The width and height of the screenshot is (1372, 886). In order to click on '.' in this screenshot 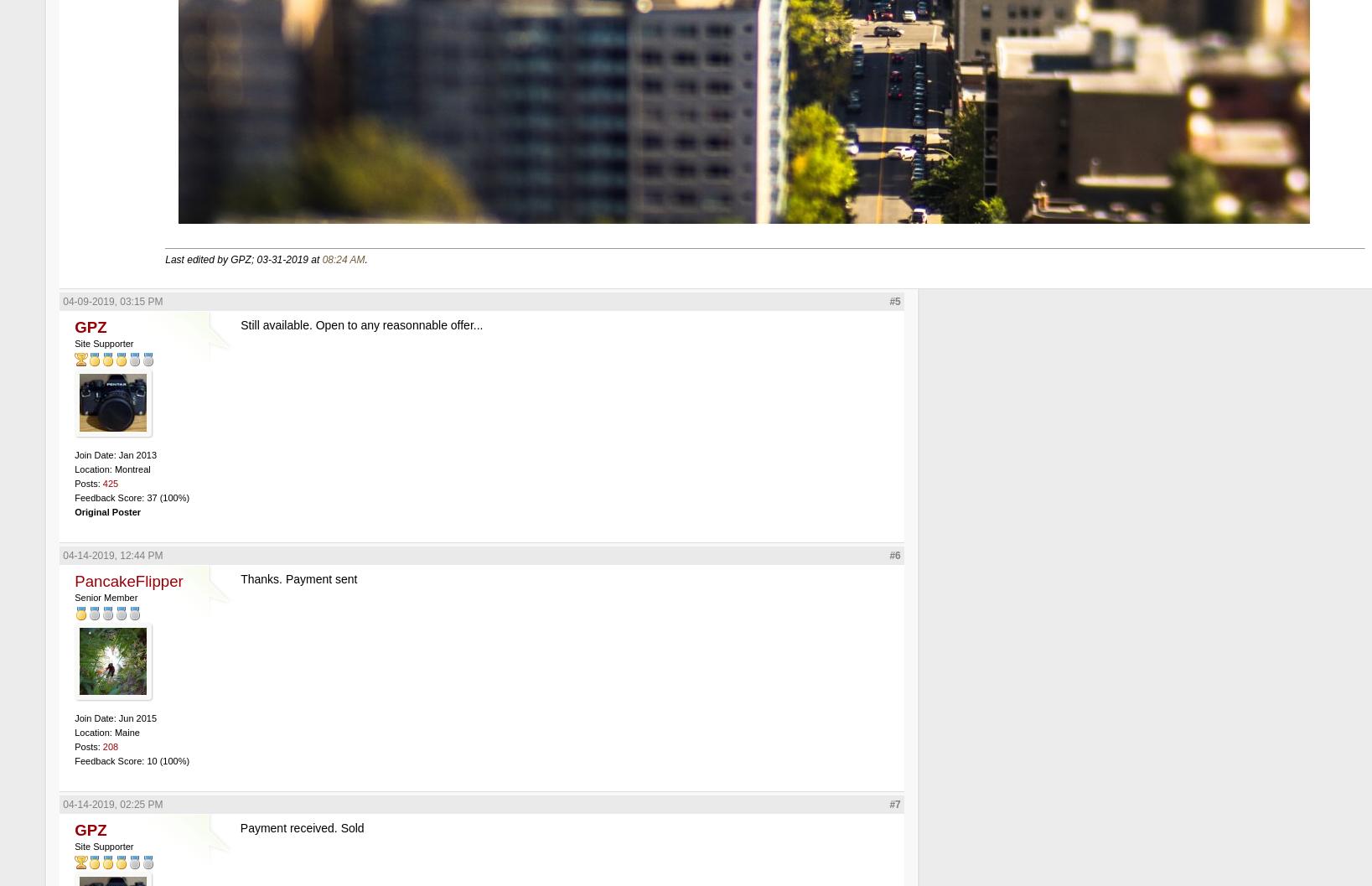, I will do `click(363, 258)`.